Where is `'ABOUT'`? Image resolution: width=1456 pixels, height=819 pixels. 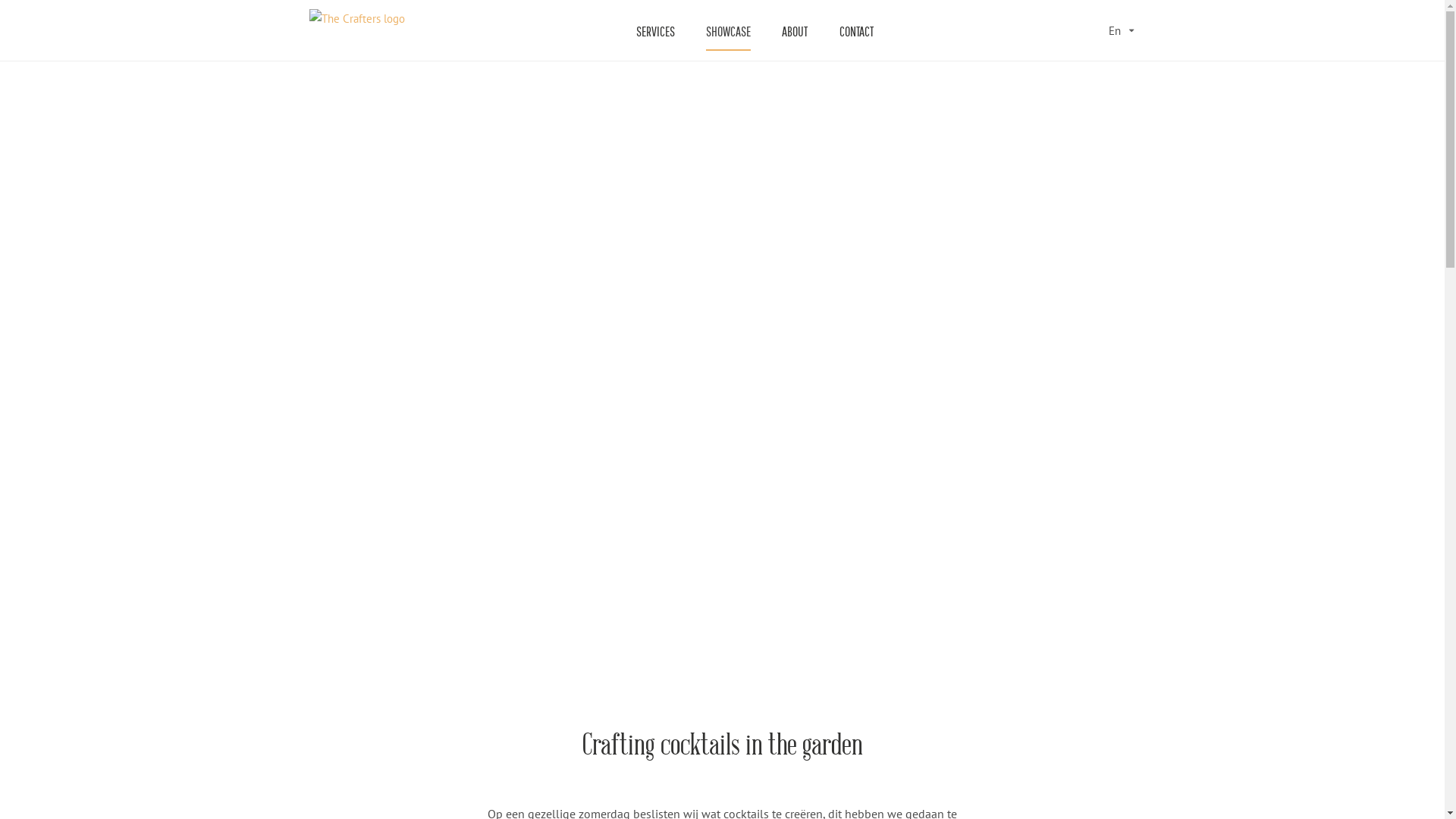 'ABOUT' is located at coordinates (794, 31).